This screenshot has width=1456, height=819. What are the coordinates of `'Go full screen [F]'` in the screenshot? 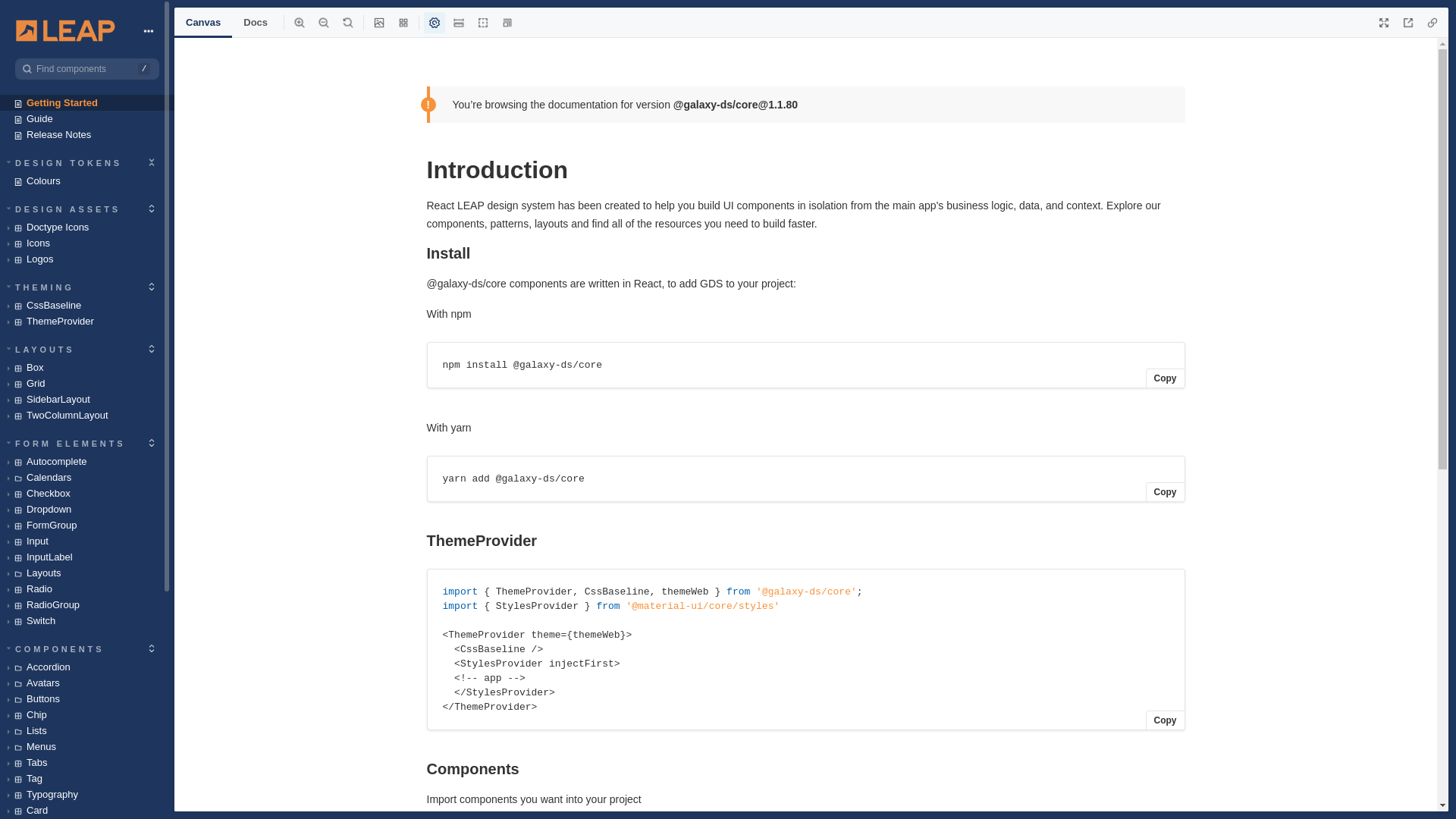 It's located at (1383, 23).